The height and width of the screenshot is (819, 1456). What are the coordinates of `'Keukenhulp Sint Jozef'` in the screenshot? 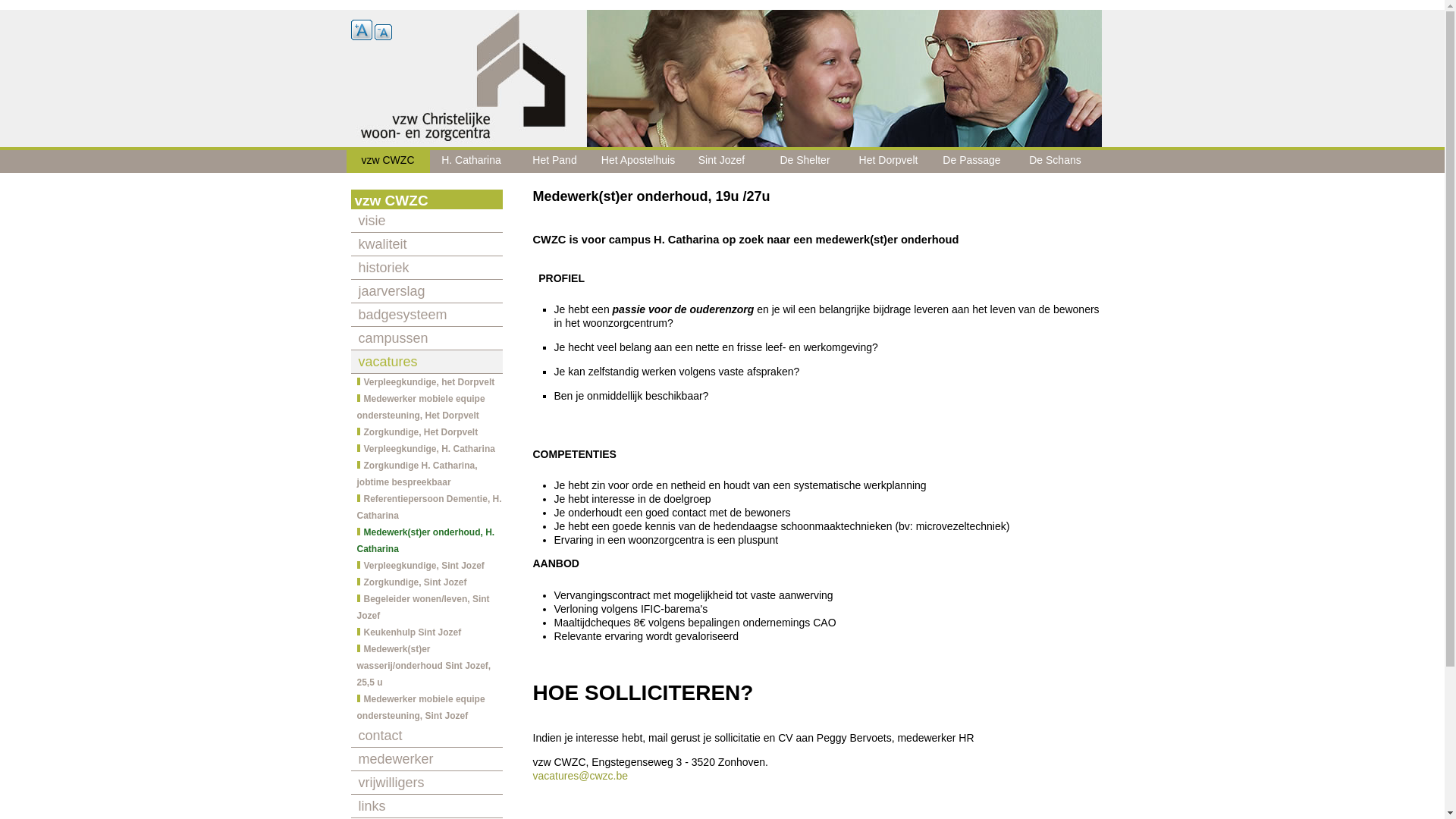 It's located at (425, 632).